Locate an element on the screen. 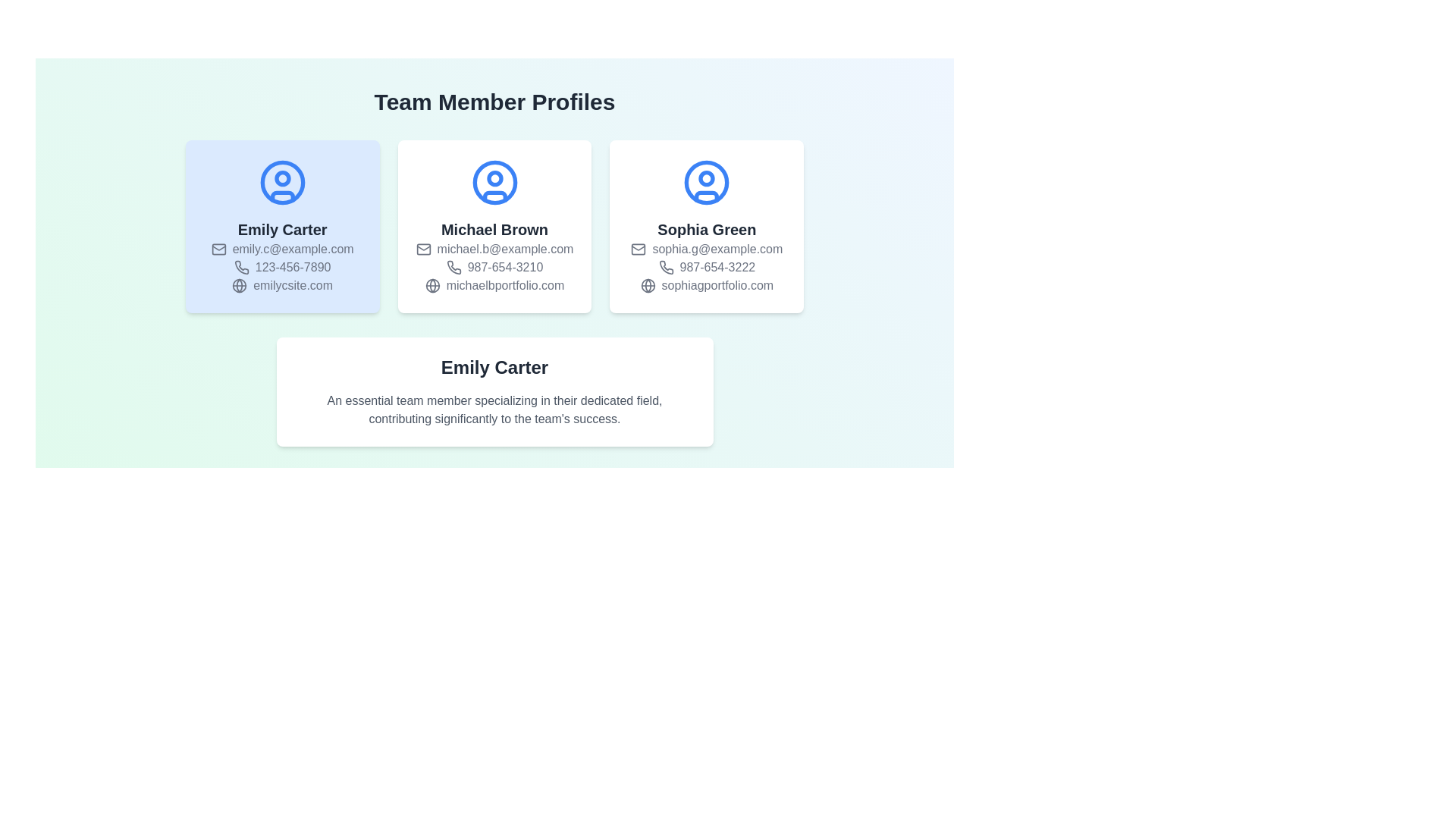 Image resolution: width=1456 pixels, height=819 pixels. the email icon located within the card for 'Sophia Green', to the left of her email address is located at coordinates (639, 248).